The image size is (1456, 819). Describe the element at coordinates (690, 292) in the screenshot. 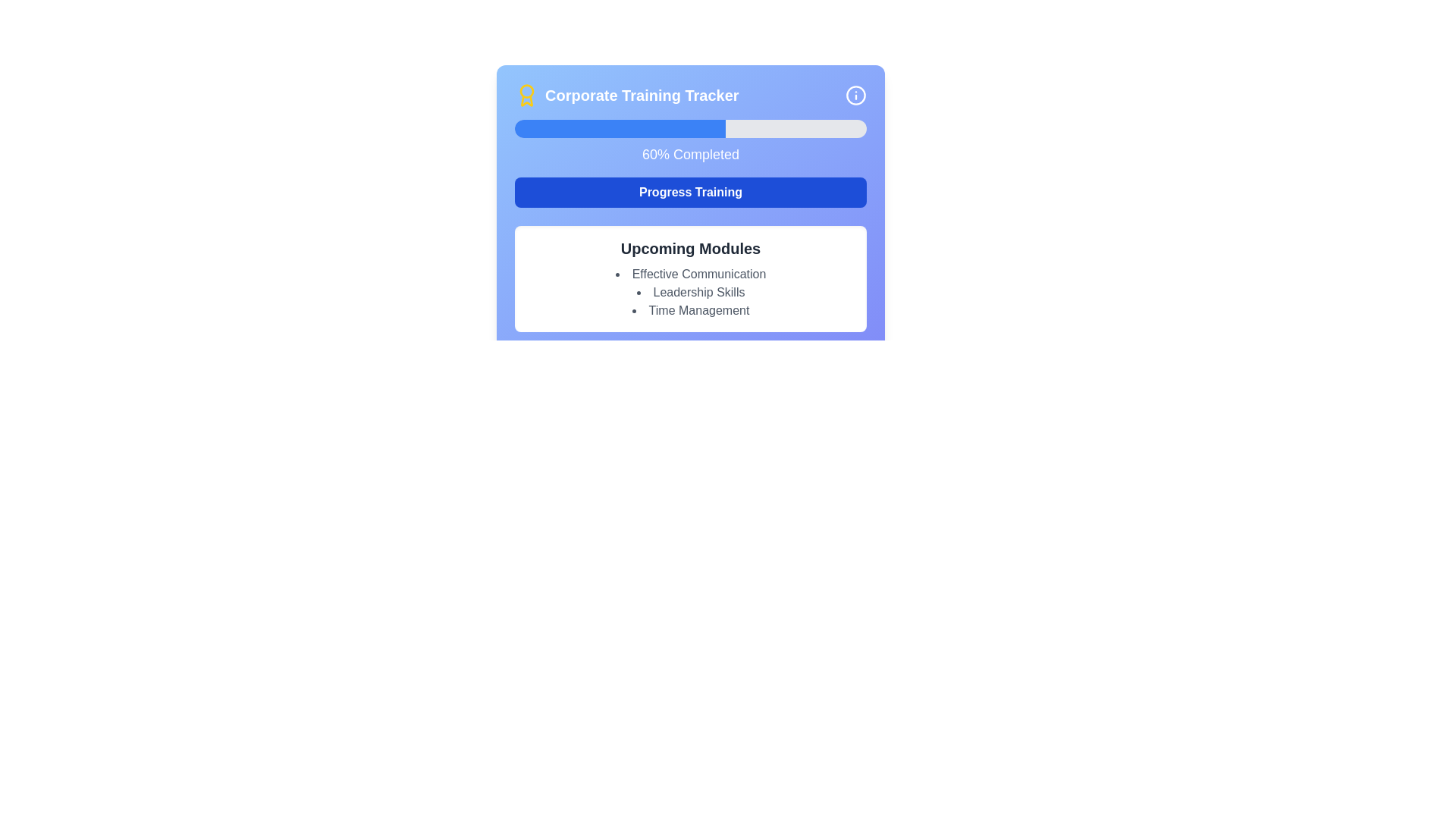

I see `the text label indicating the training module titled 'Leadership Skills', which is the second item in the list under 'Upcoming Modules'` at that location.